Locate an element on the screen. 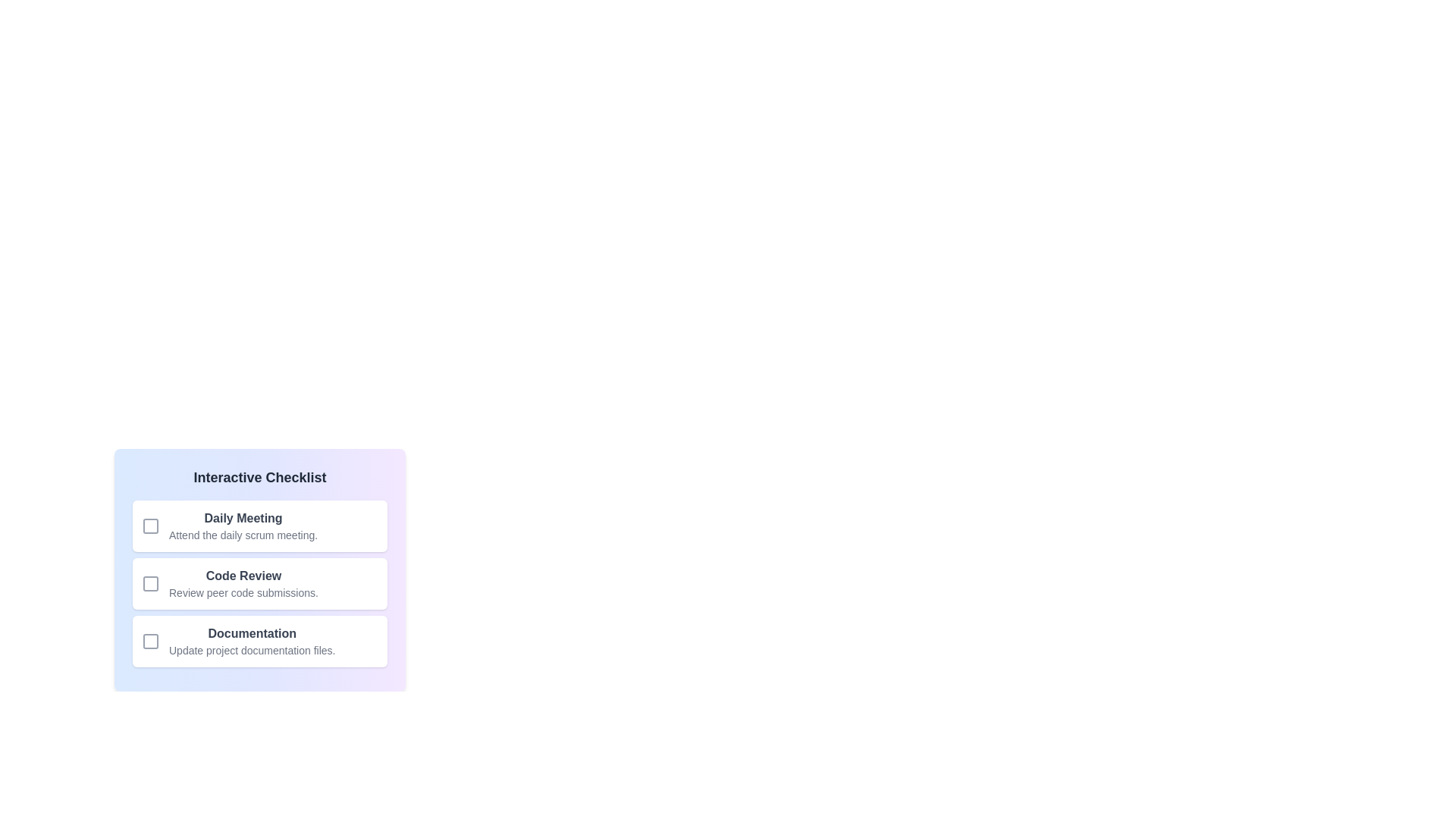 The width and height of the screenshot is (1456, 819). text of the checklist item that includes the bolded 'Documentation' and the lighter gray 'Update project documentation files.' is located at coordinates (259, 641).